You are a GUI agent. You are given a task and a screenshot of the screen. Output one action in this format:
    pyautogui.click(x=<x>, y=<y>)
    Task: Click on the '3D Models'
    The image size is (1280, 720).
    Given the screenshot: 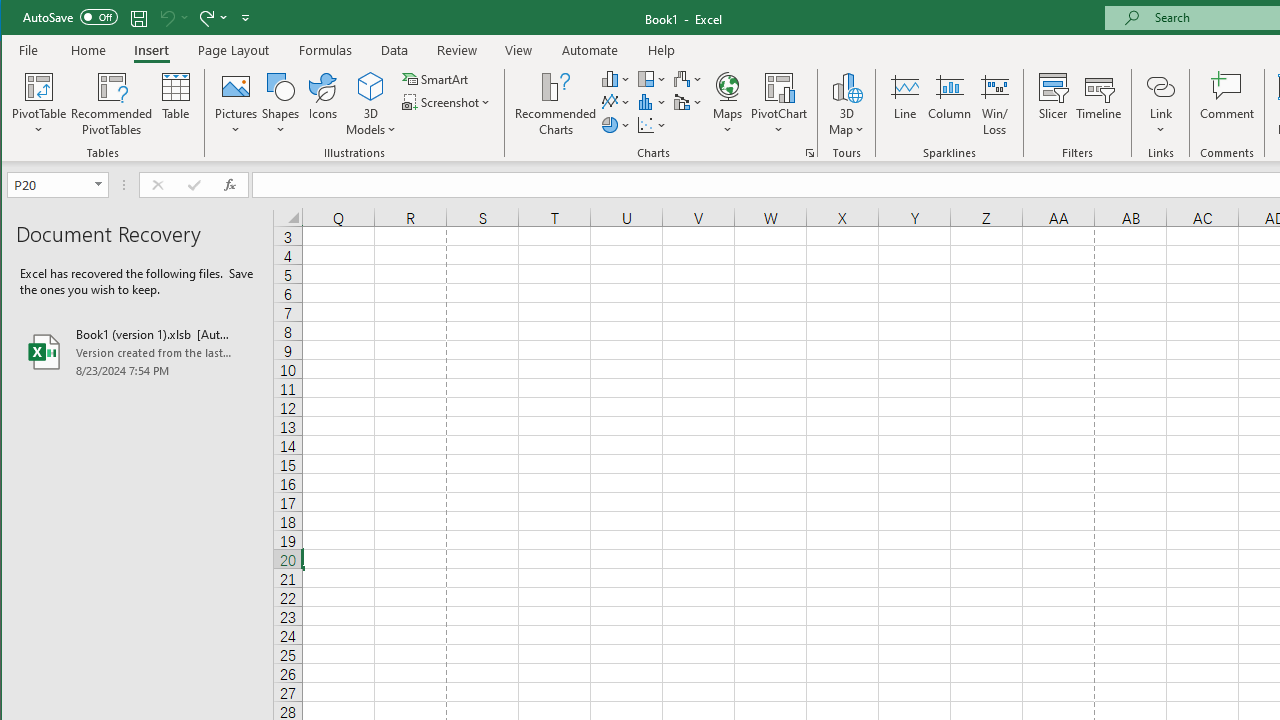 What is the action you would take?
    pyautogui.click(x=371, y=104)
    